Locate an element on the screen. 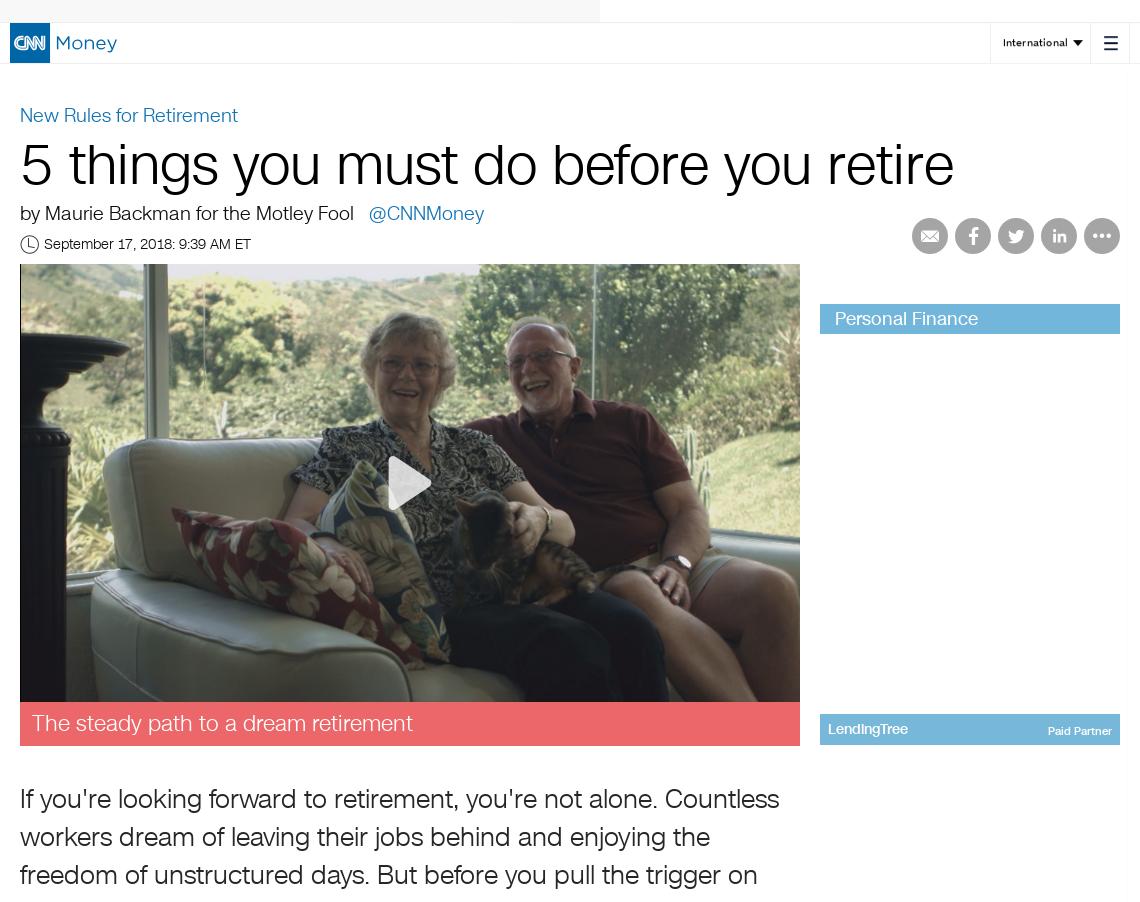  'by Maurie Backman for the Motley Fool' is located at coordinates (189, 212).